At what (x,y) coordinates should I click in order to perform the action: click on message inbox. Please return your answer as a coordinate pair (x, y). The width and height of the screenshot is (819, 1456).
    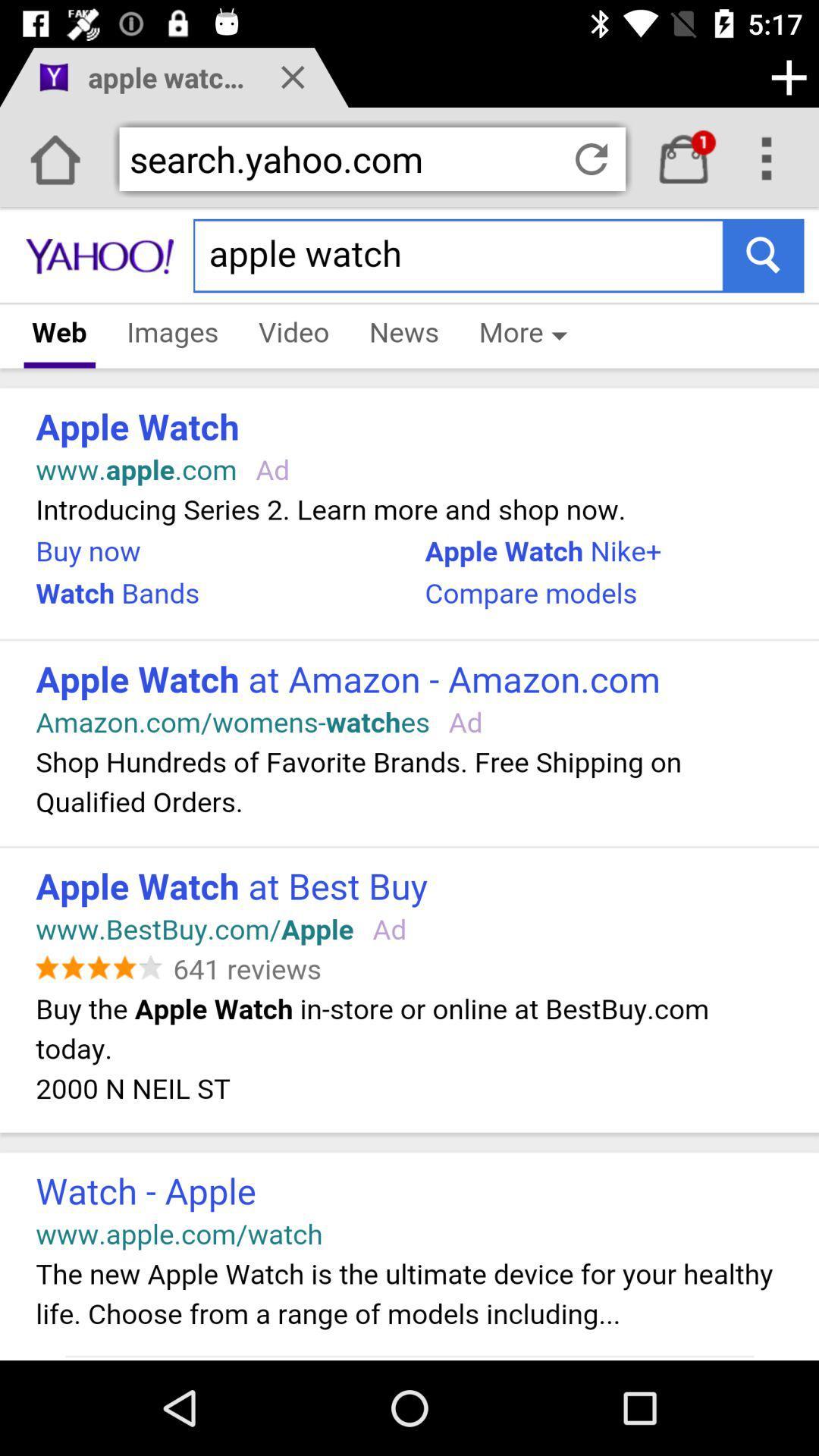
    Looking at the image, I should click on (683, 159).